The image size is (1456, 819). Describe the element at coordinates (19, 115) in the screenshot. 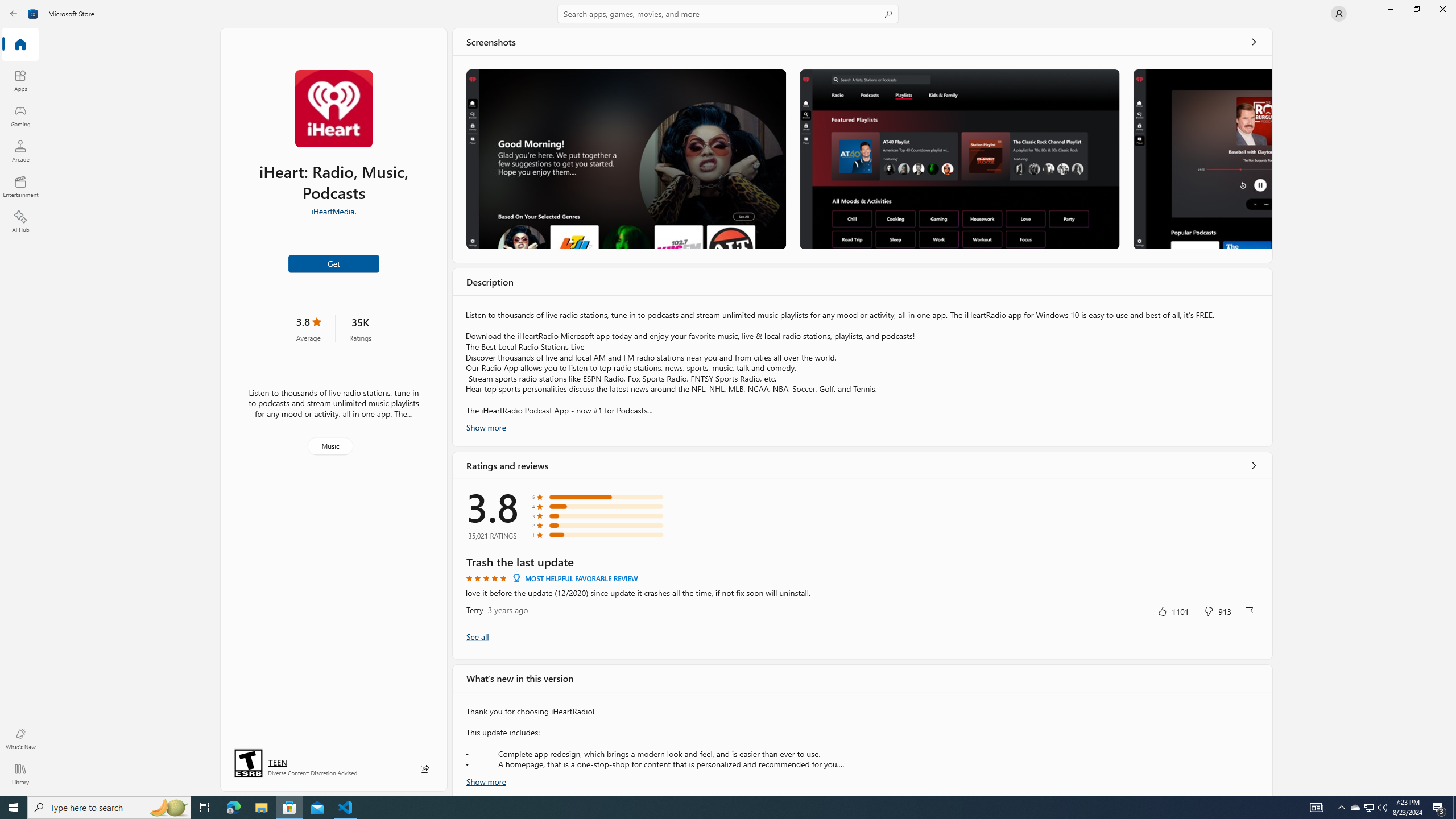

I see `'Gaming'` at that location.